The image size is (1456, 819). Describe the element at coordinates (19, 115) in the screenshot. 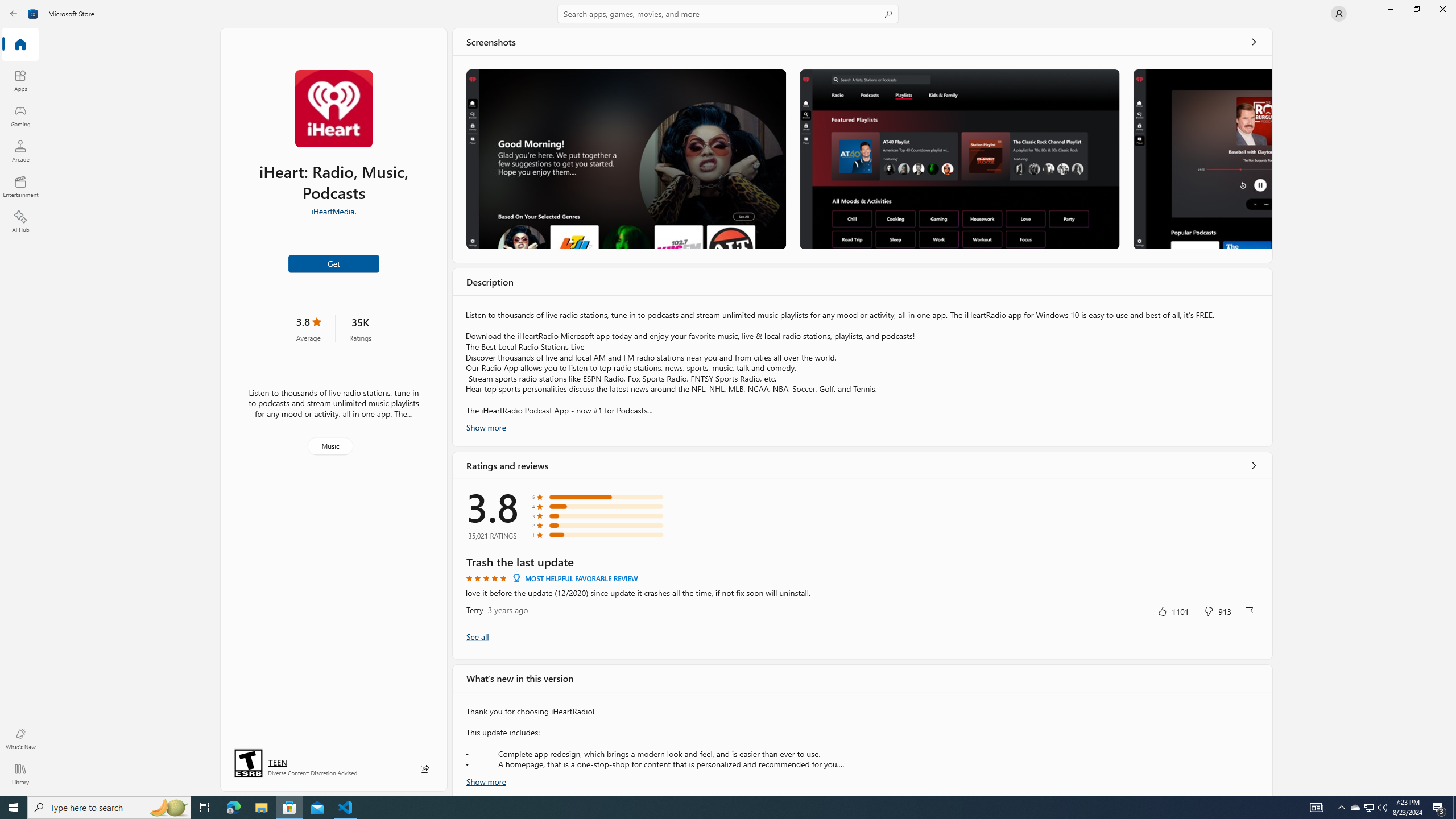

I see `'Gaming'` at that location.